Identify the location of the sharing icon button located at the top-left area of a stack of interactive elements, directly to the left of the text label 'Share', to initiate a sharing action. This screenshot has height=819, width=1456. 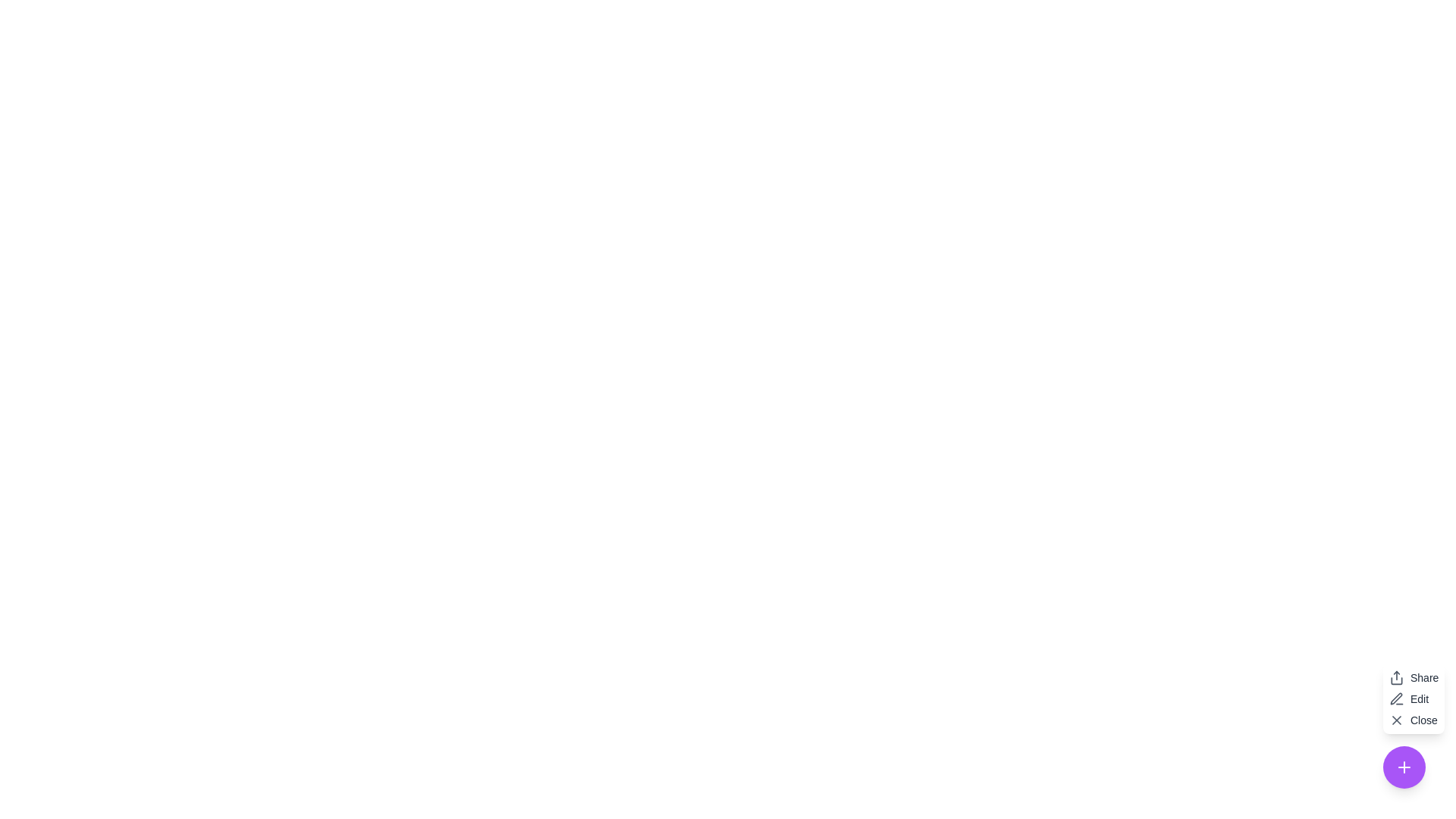
(1396, 677).